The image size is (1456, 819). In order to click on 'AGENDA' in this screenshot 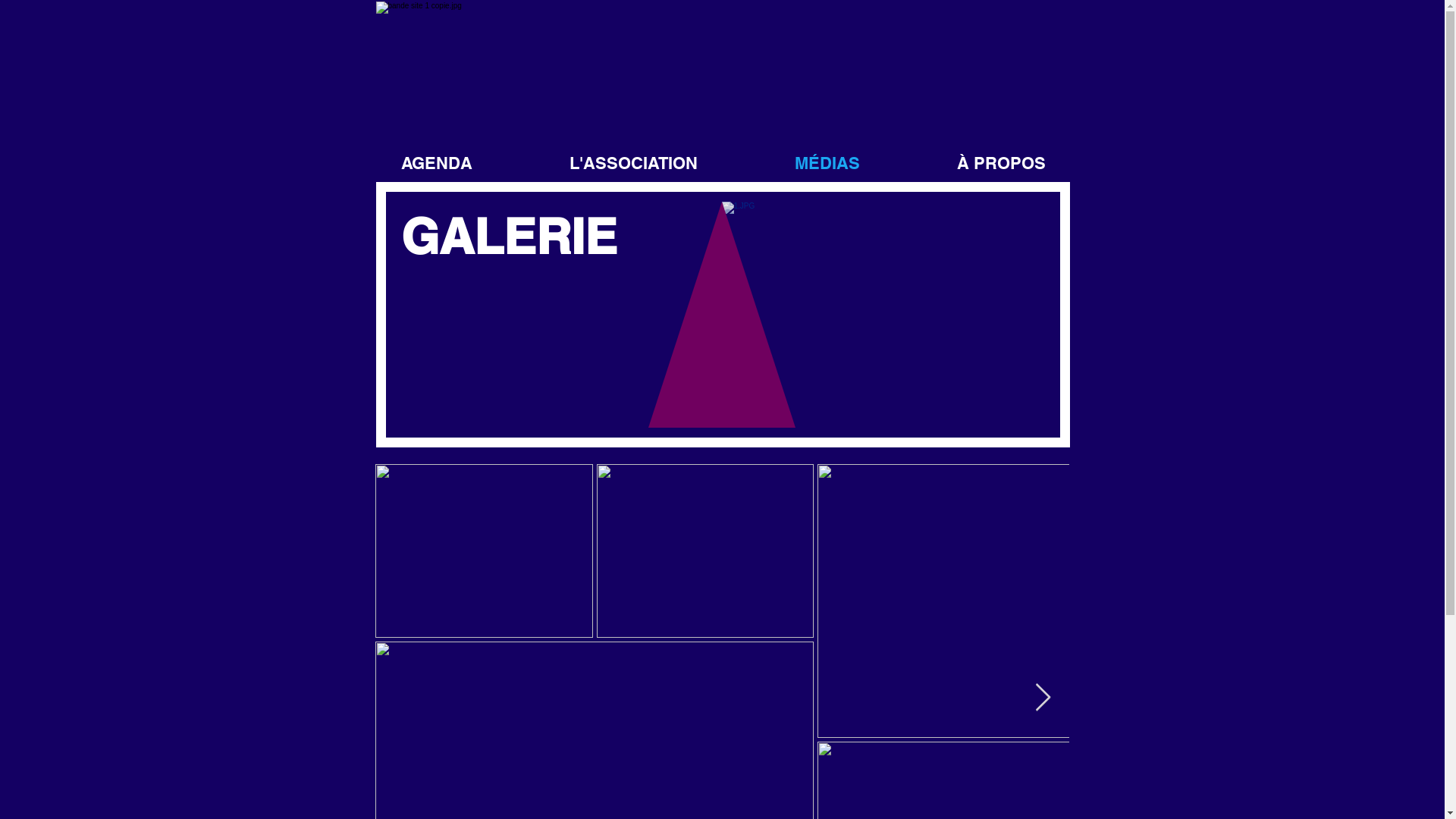, I will do `click(435, 163)`.